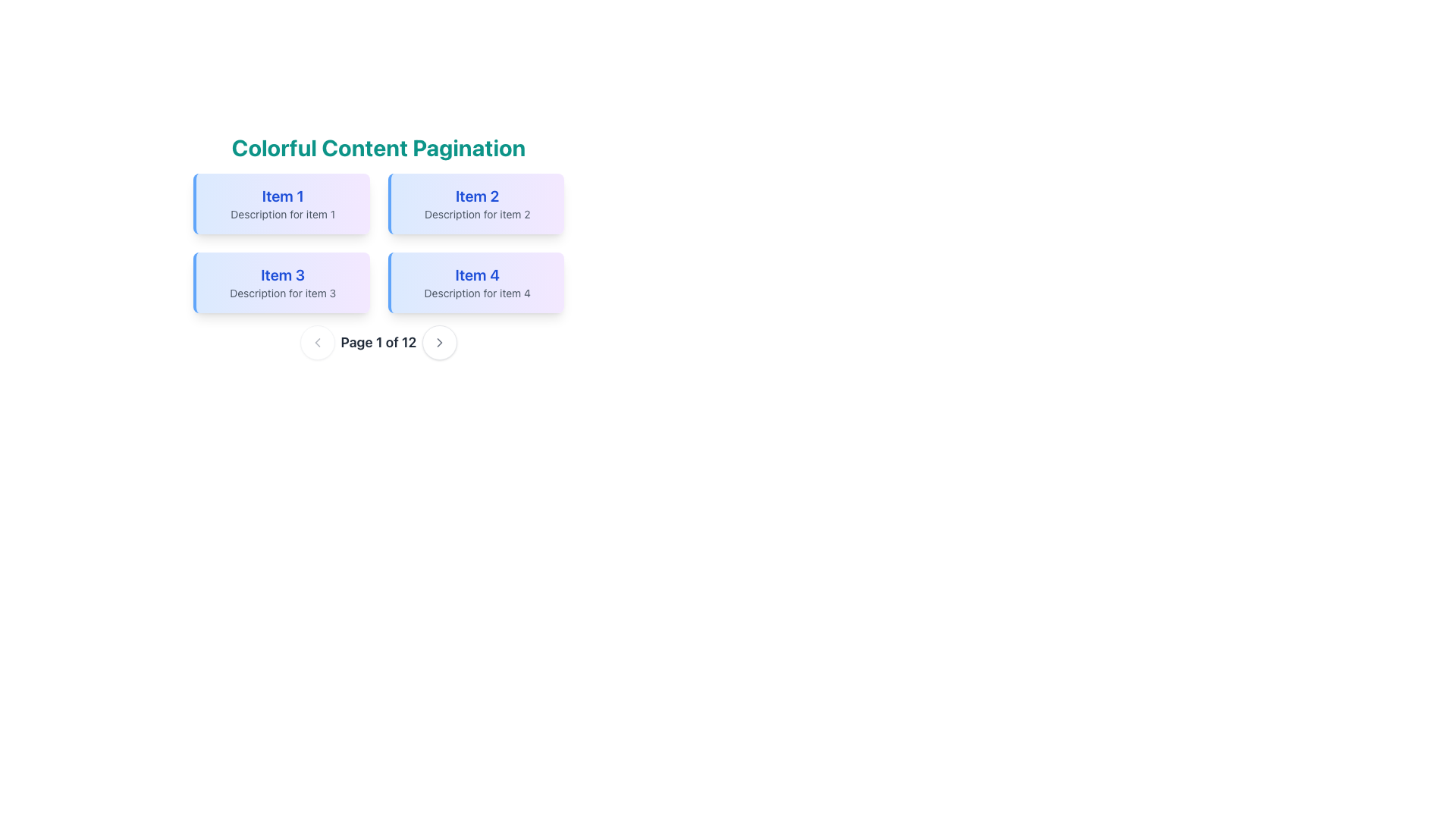 The height and width of the screenshot is (819, 1456). What do you see at coordinates (476, 195) in the screenshot?
I see `the text content of the Text Label located on the top card` at bounding box center [476, 195].